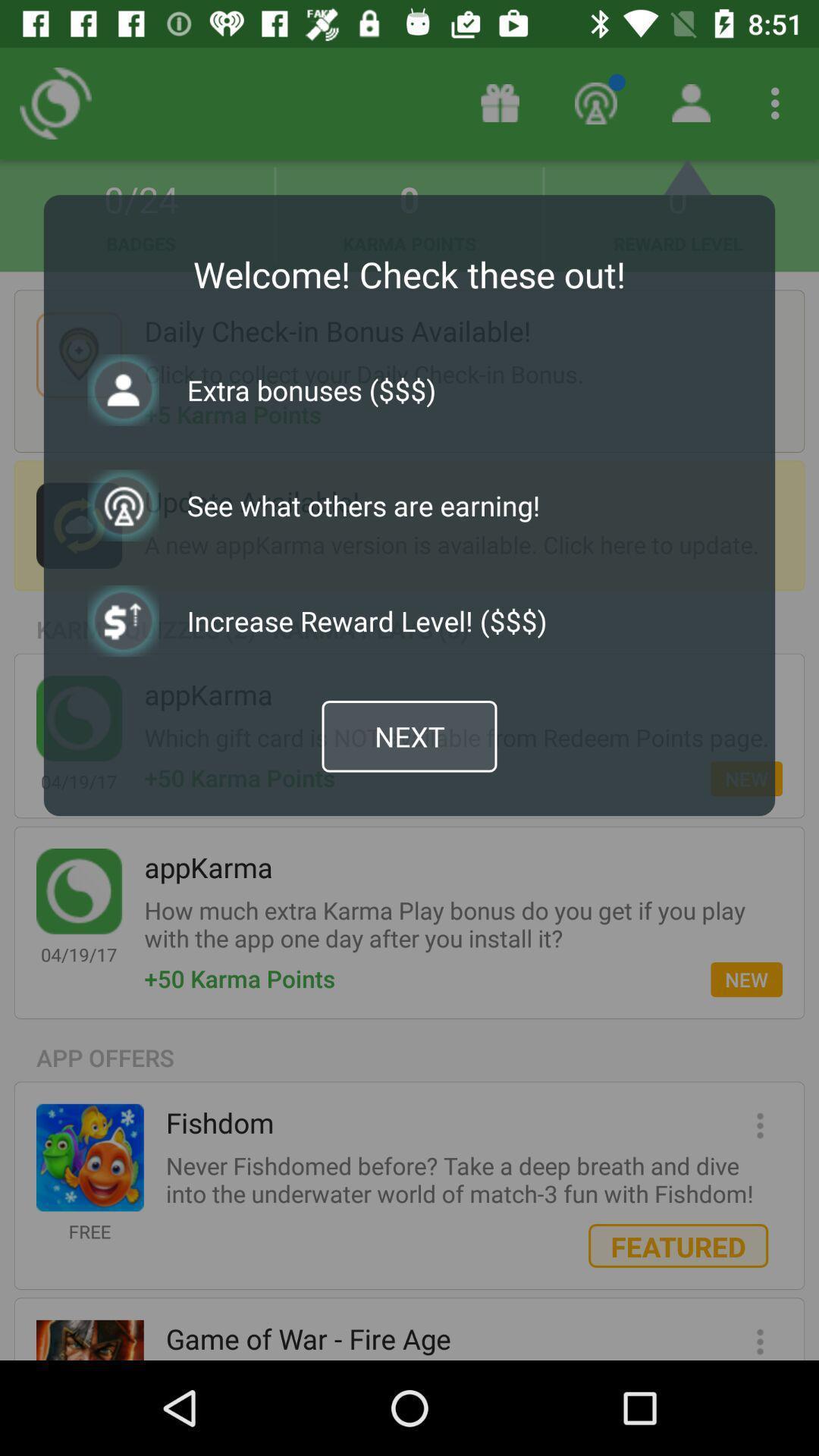  I want to click on the next, so click(409, 736).